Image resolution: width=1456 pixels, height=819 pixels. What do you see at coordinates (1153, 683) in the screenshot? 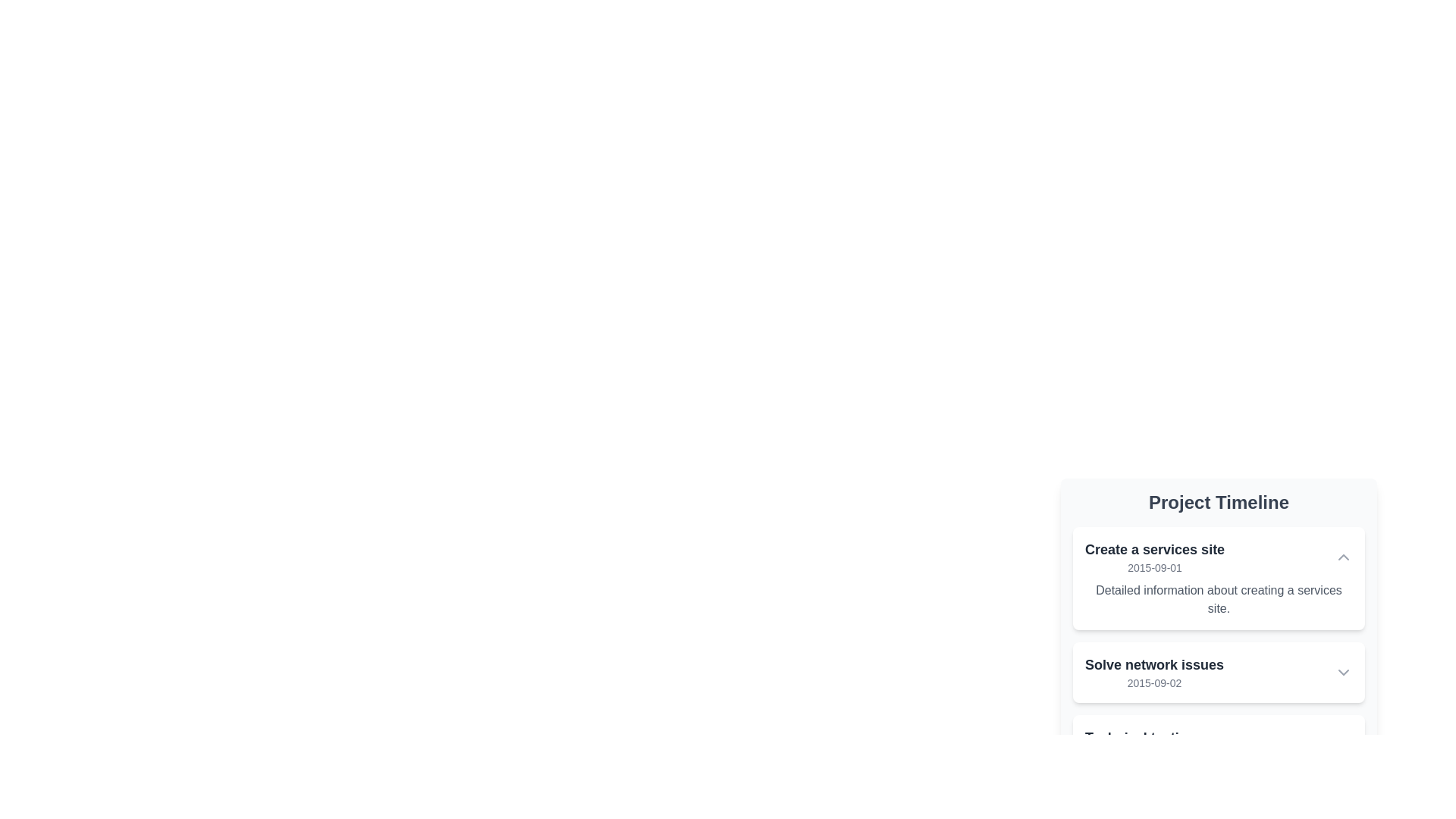
I see `the text label displaying the date '2015-09-02', which is styled as subtext below the heading 'Solve network issues' within the 'Project Timeline' section` at bounding box center [1153, 683].